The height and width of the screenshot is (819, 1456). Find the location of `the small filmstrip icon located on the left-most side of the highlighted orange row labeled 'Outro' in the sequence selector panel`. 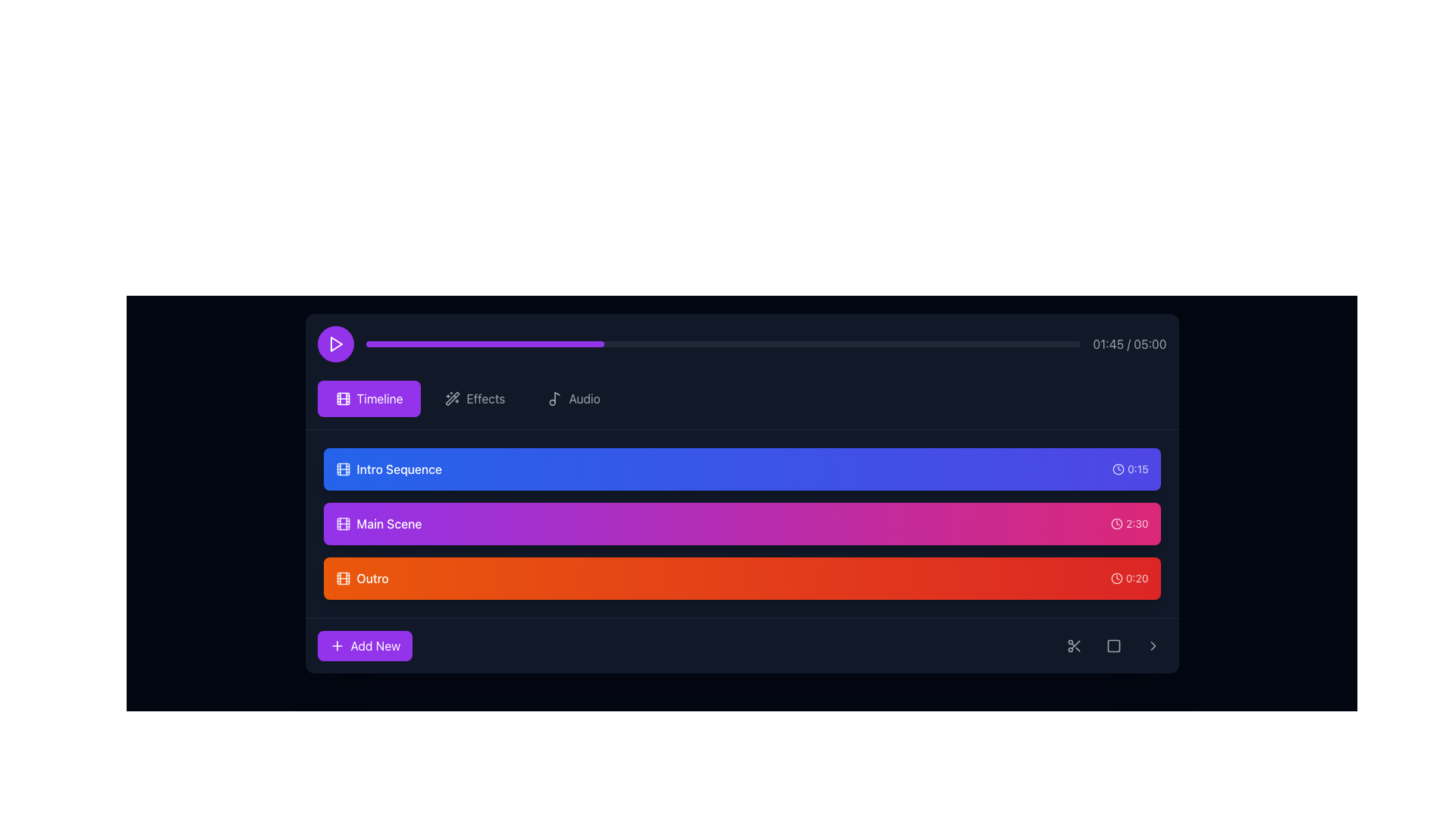

the small filmstrip icon located on the left-most side of the highlighted orange row labeled 'Outro' in the sequence selector panel is located at coordinates (342, 579).